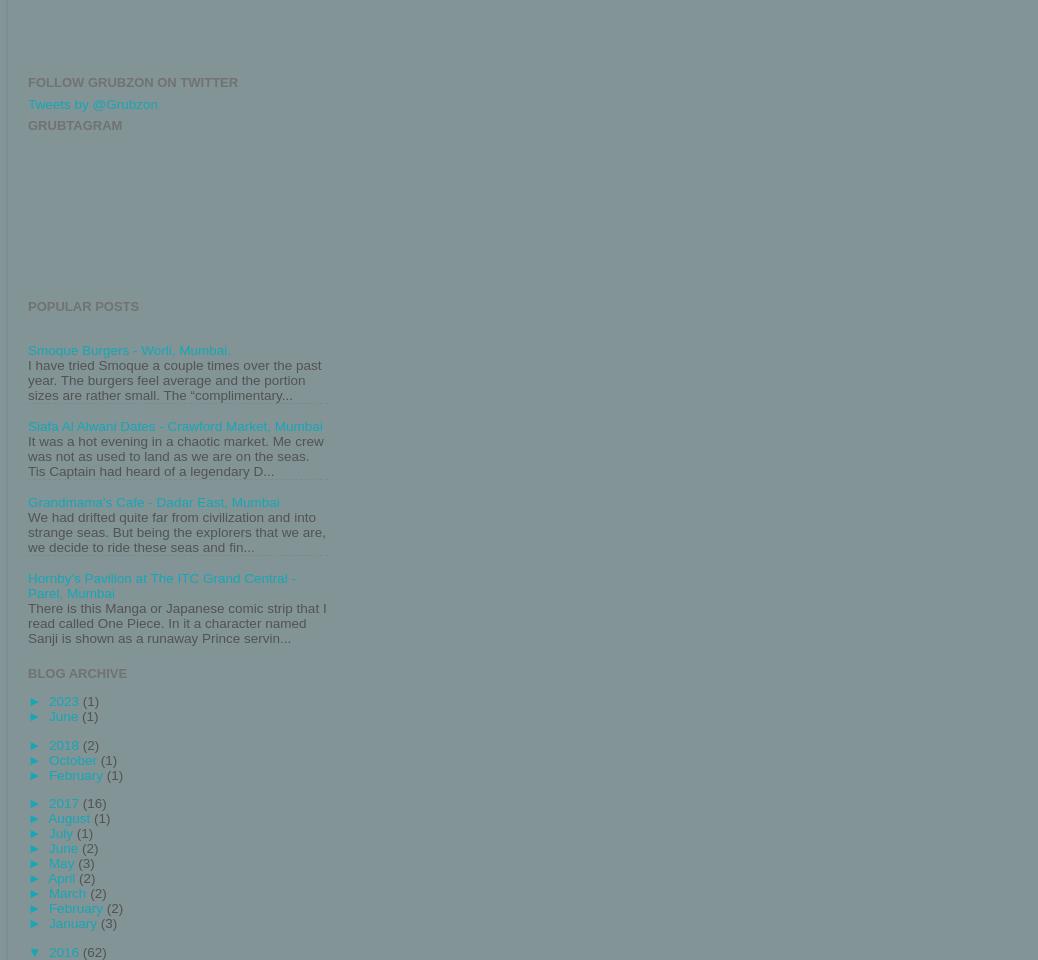  Describe the element at coordinates (76, 672) in the screenshot. I see `'Blog Archive'` at that location.